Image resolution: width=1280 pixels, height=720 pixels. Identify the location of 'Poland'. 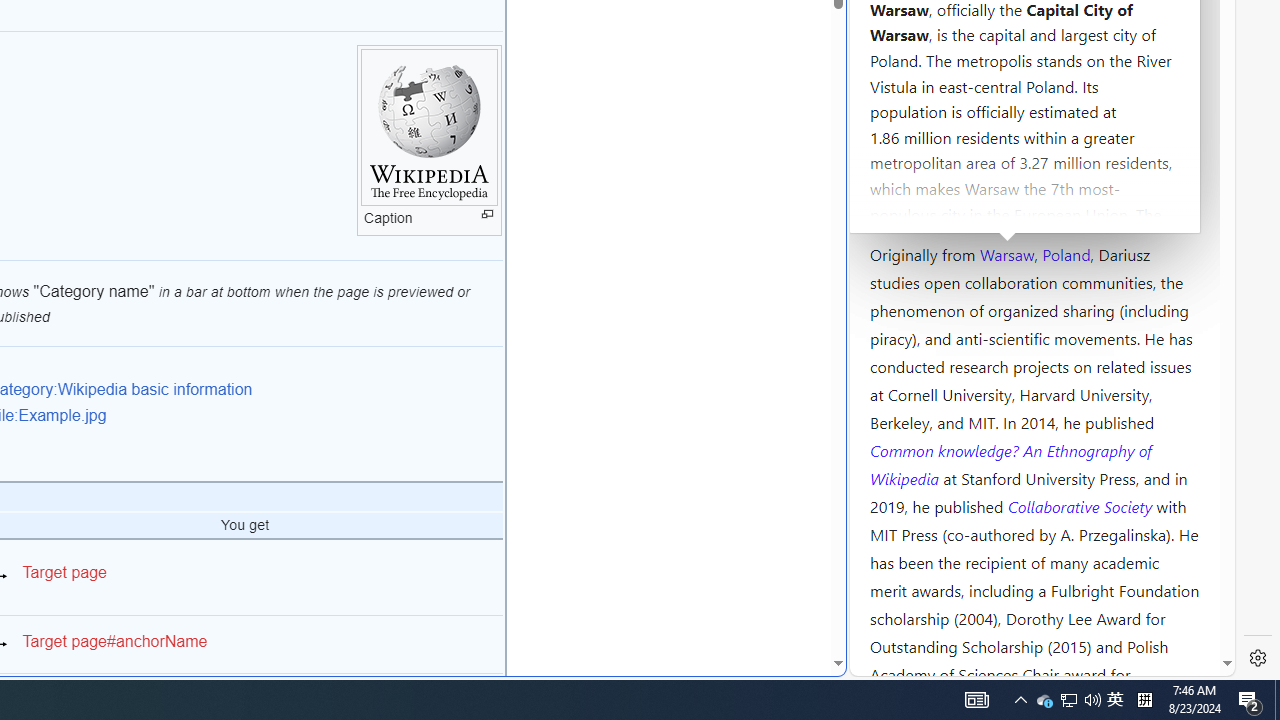
(1065, 252).